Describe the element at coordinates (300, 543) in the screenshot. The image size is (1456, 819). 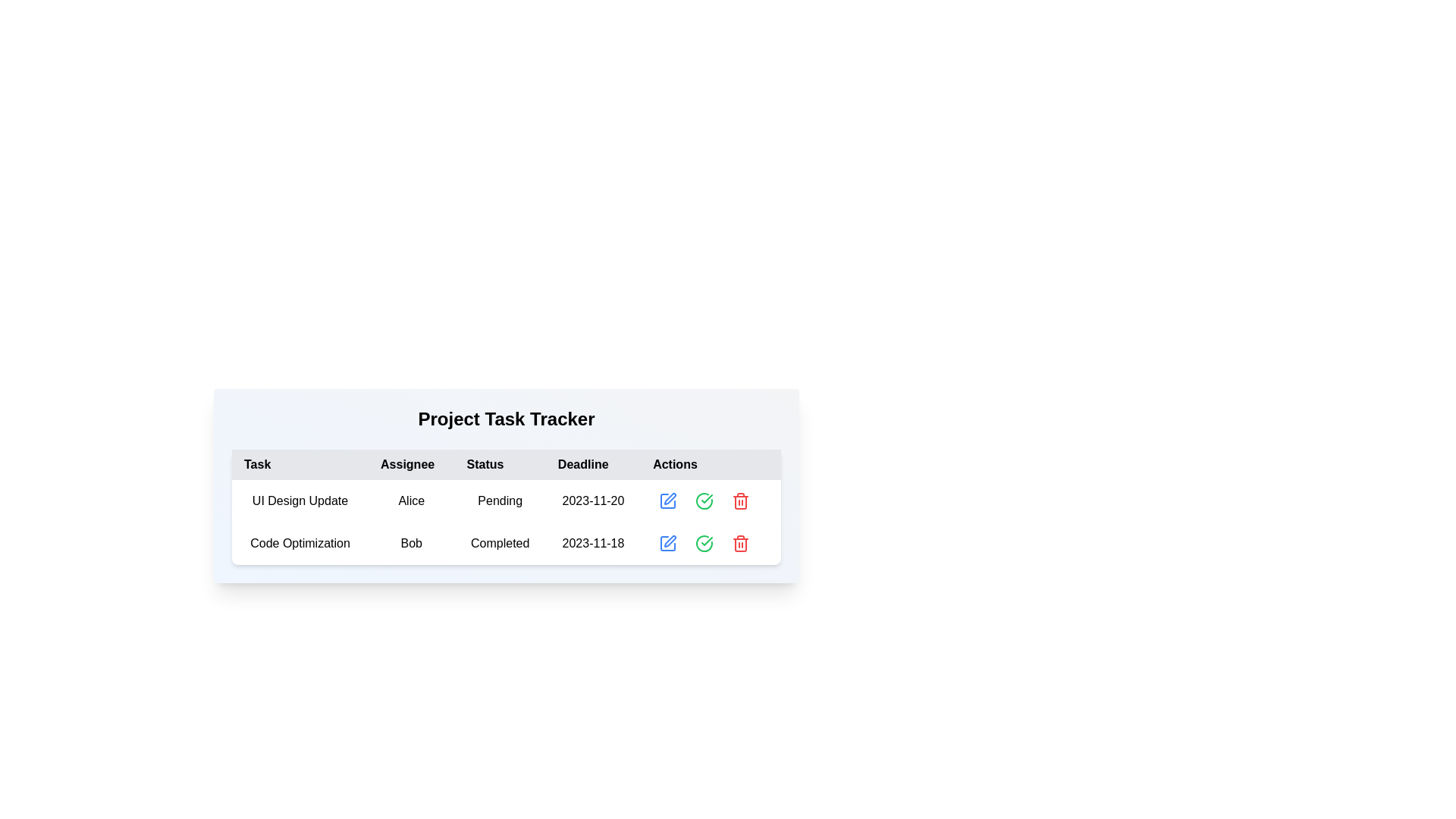
I see `the text label representing the task name in the second row of the 'Project Task Tracker' table, located under the 'Task' column adjacent to 'Assignee' column text 'Bob'` at that location.